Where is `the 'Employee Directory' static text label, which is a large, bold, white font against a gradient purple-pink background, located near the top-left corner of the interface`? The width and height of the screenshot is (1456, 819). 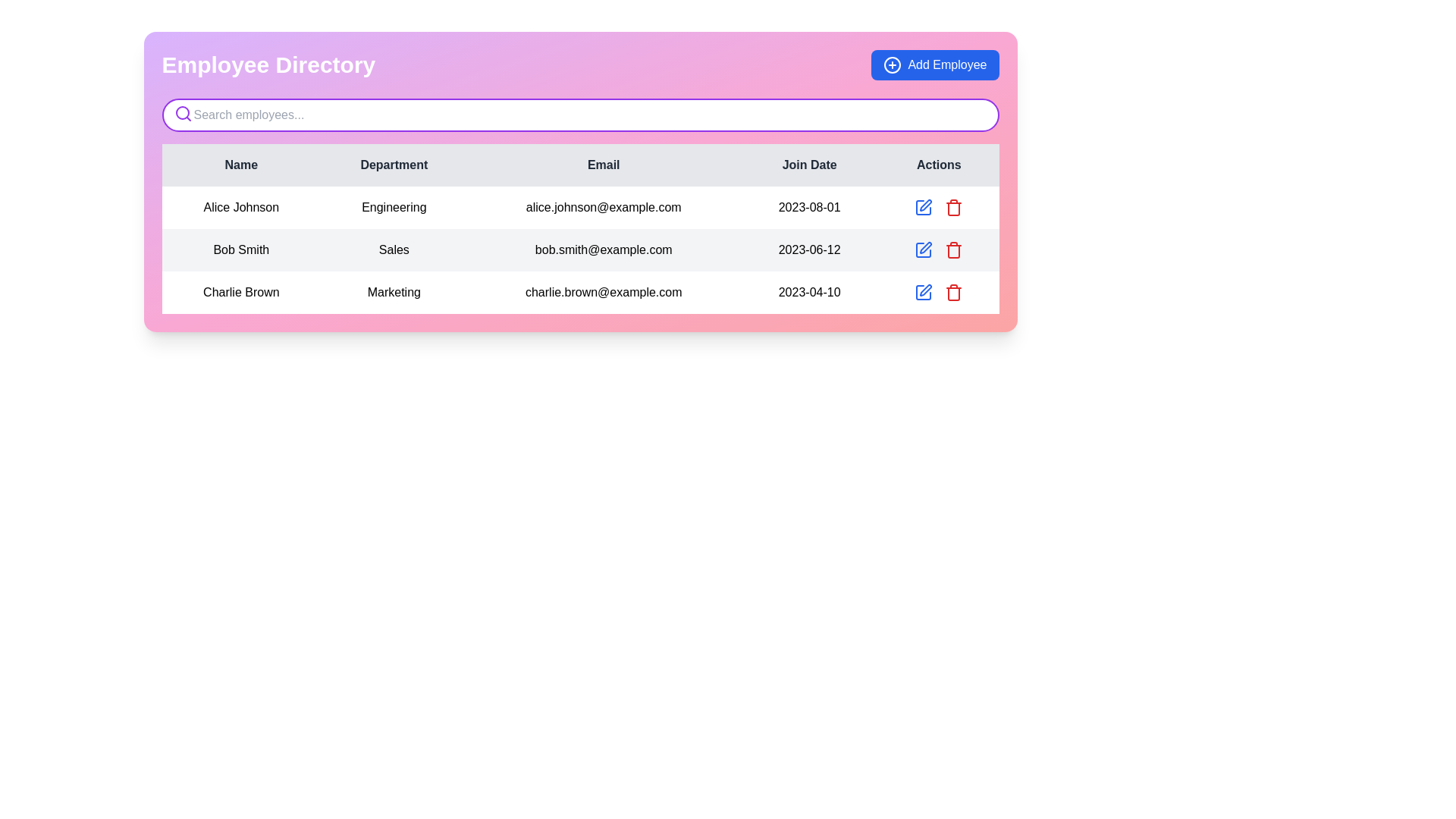
the 'Employee Directory' static text label, which is a large, bold, white font against a gradient purple-pink background, located near the top-left corner of the interface is located at coordinates (268, 64).